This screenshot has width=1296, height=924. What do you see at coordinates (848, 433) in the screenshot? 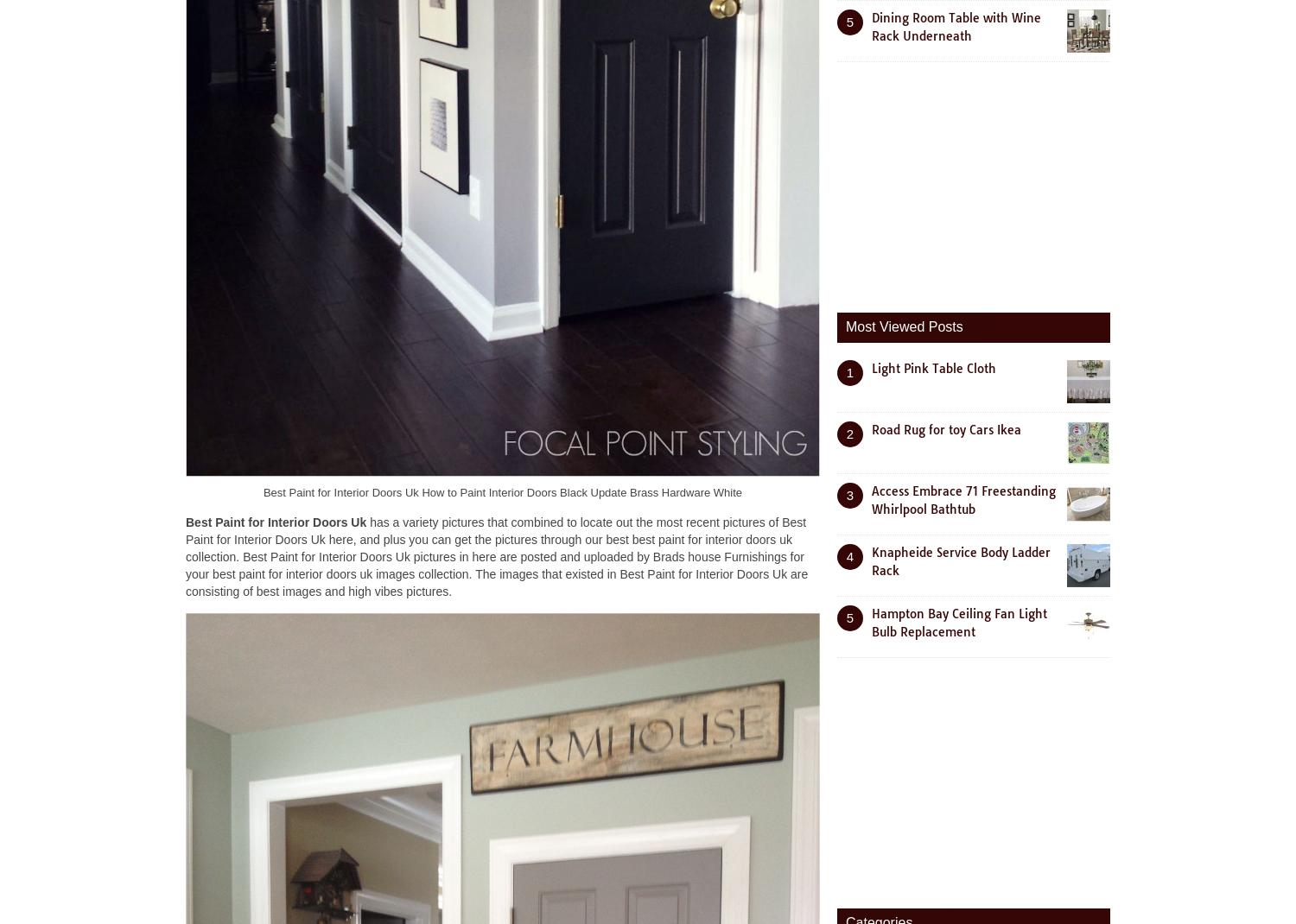
I see `'2'` at bounding box center [848, 433].